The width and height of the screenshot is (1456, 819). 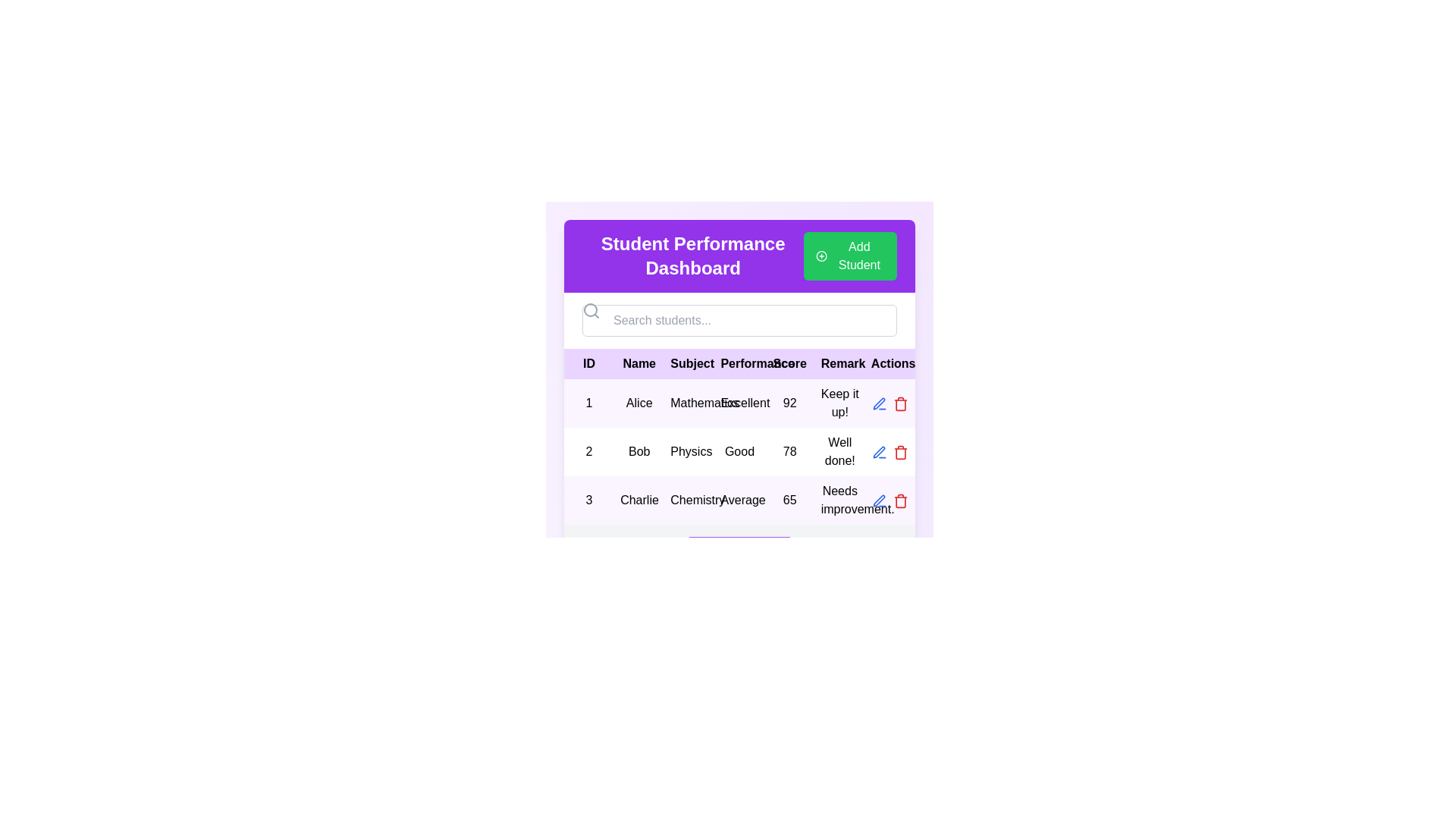 I want to click on the Table Header containing the word 'Performance', which is the fourth header in a sequence of seven, with 'Subject' to its left and 'Score' to its right, so click(x=739, y=363).